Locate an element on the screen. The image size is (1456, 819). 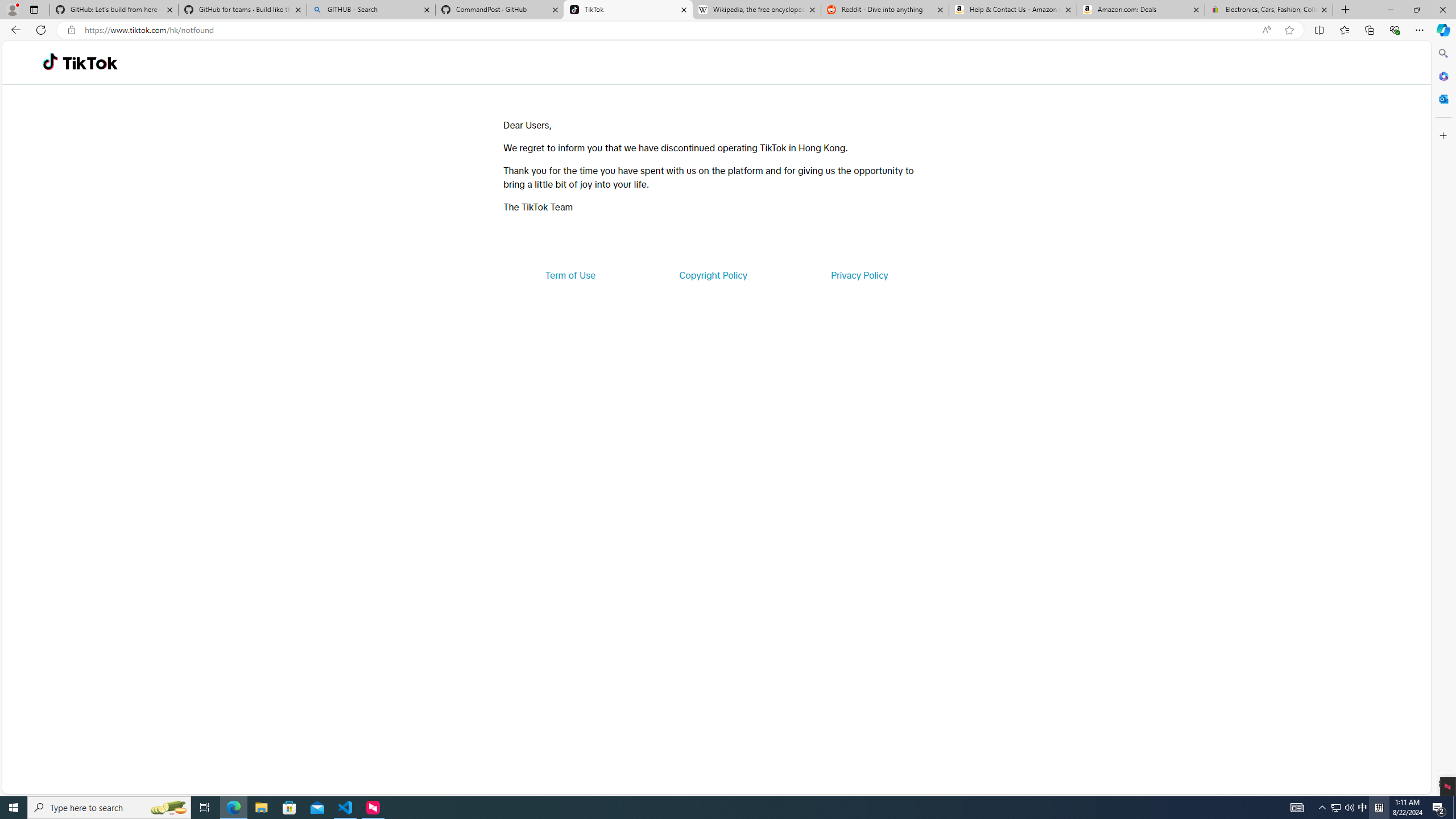
'Customize' is located at coordinates (1442, 135).